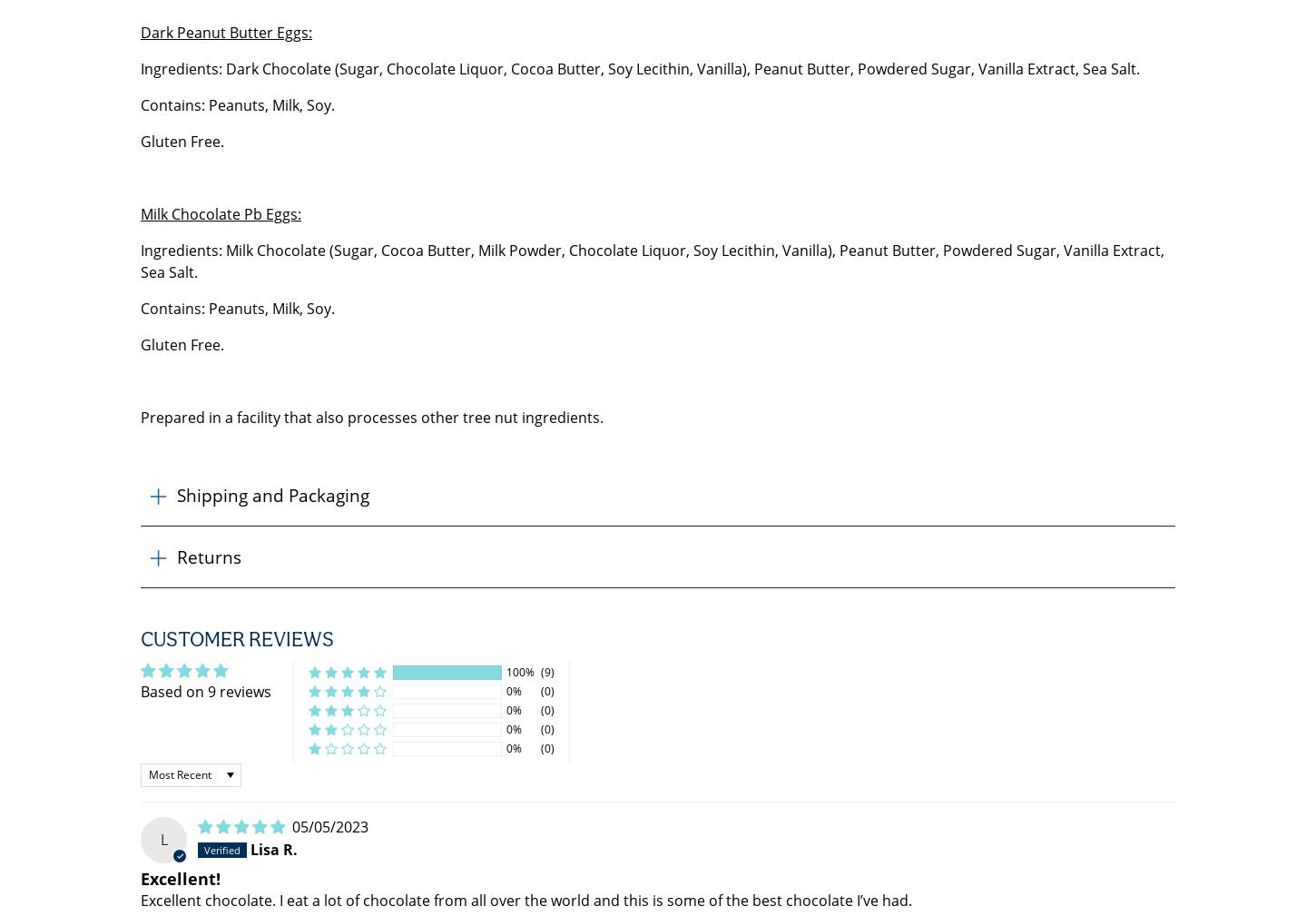 The image size is (1316, 916). Describe the element at coordinates (547, 671) in the screenshot. I see `'(9)'` at that location.